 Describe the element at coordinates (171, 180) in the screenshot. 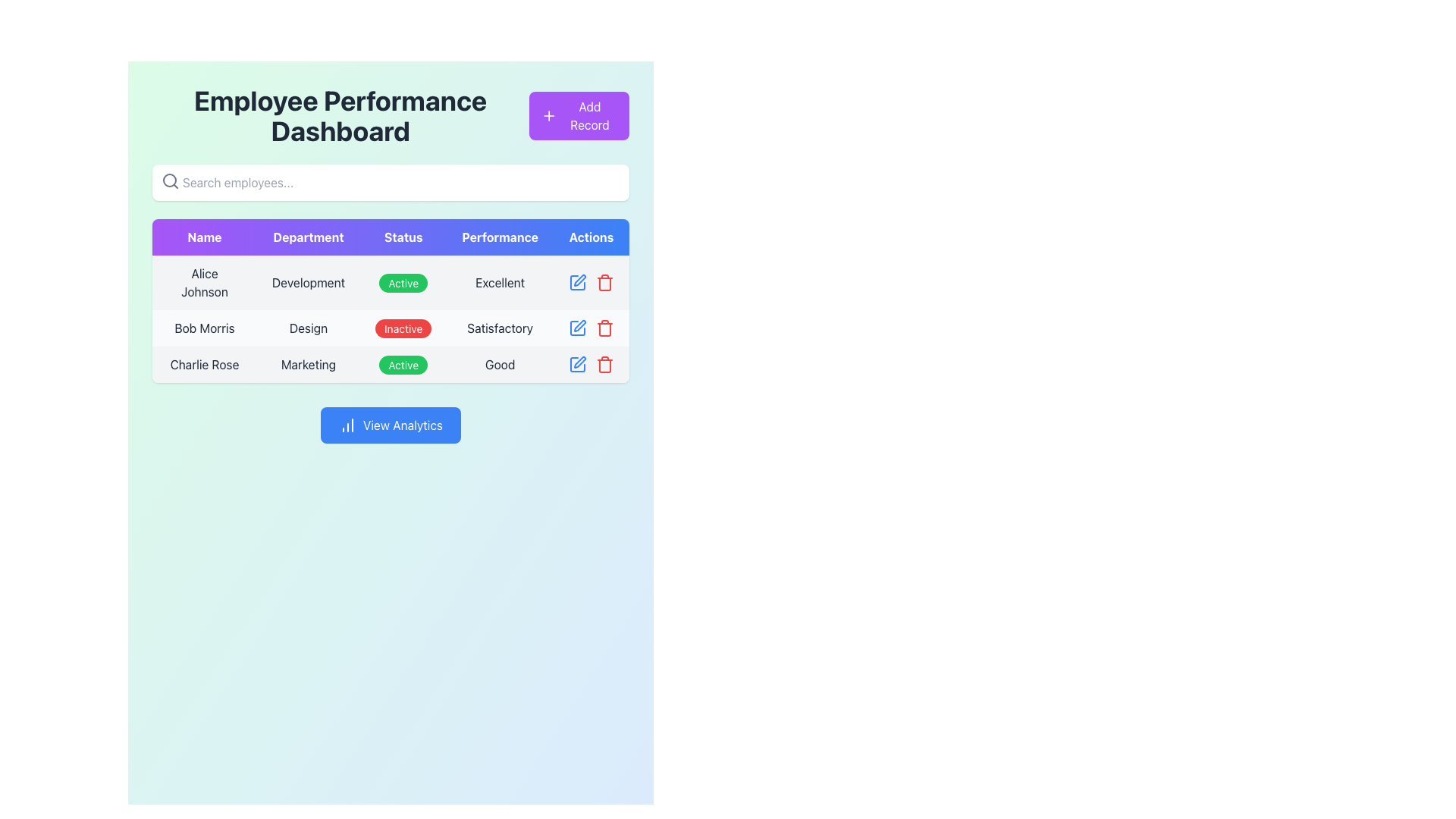

I see `the search icon located in the top-left corner of the 'Search employees...' text input field, which is part of the 'Employee Performance Dashboard' interface` at that location.